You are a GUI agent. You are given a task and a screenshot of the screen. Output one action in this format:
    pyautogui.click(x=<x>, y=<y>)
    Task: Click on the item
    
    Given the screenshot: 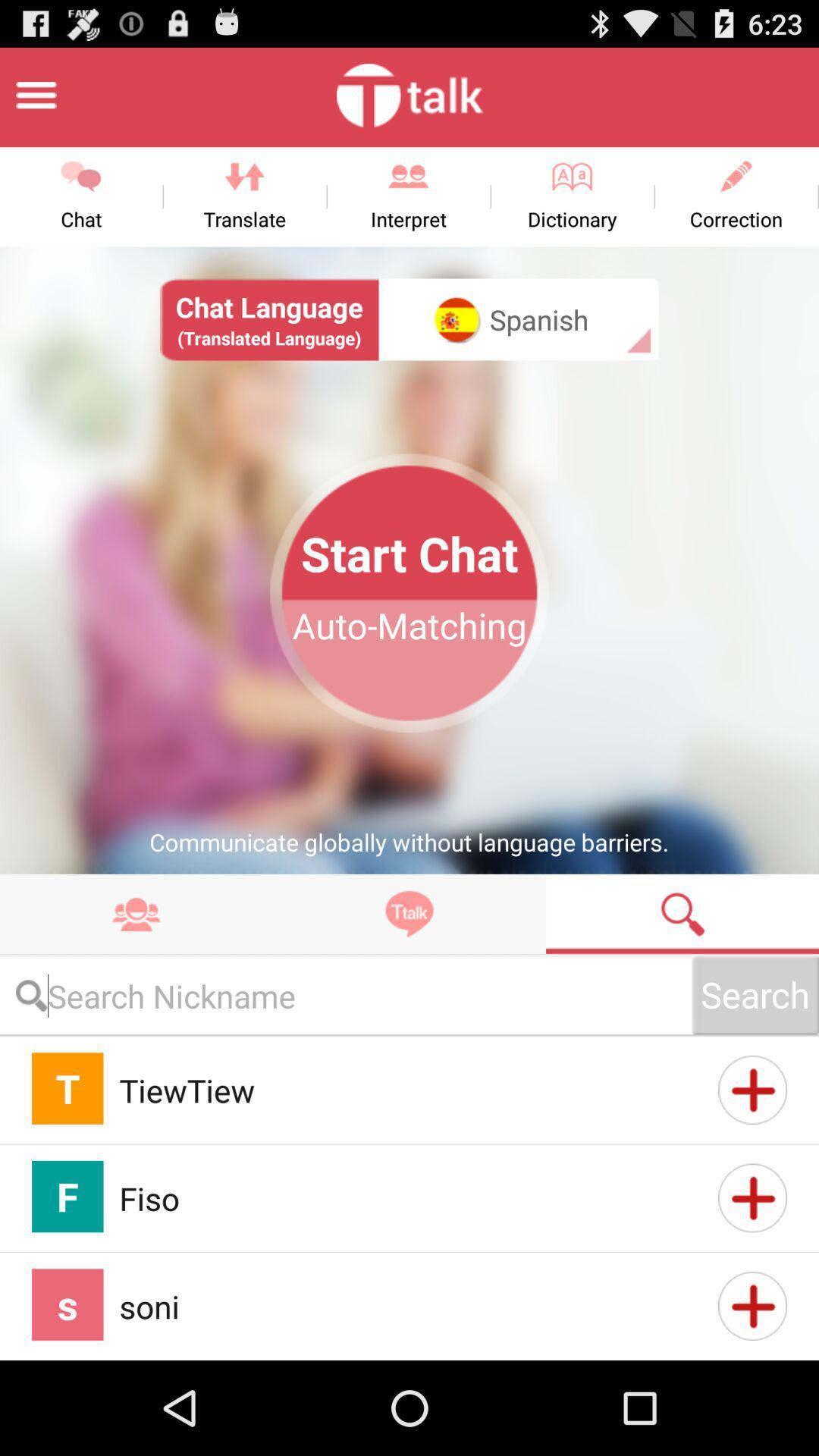 What is the action you would take?
    pyautogui.click(x=752, y=1197)
    